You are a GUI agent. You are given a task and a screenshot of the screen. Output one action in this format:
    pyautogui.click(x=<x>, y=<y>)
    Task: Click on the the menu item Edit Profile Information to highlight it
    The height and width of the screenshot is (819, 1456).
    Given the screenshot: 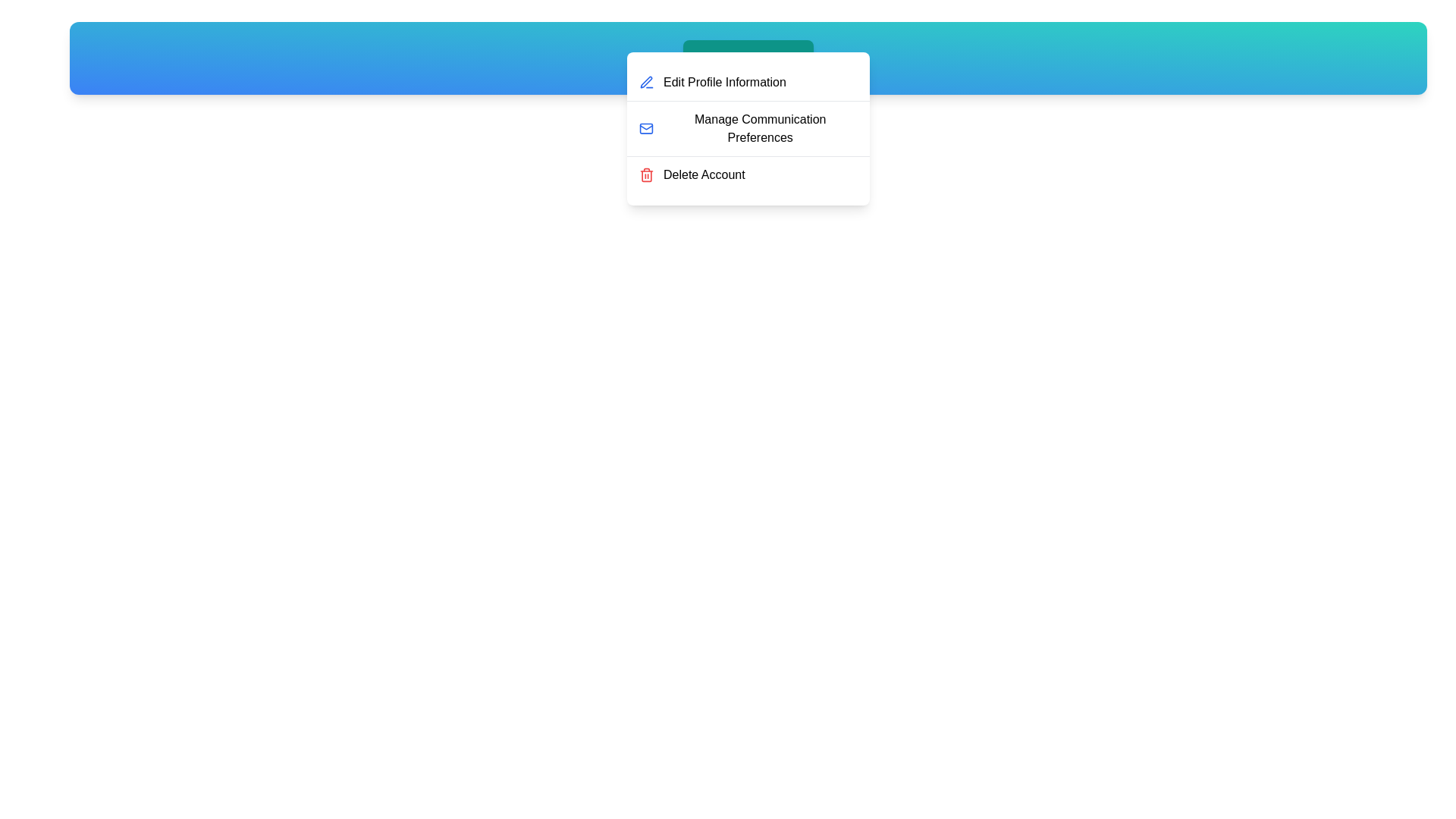 What is the action you would take?
    pyautogui.click(x=748, y=82)
    